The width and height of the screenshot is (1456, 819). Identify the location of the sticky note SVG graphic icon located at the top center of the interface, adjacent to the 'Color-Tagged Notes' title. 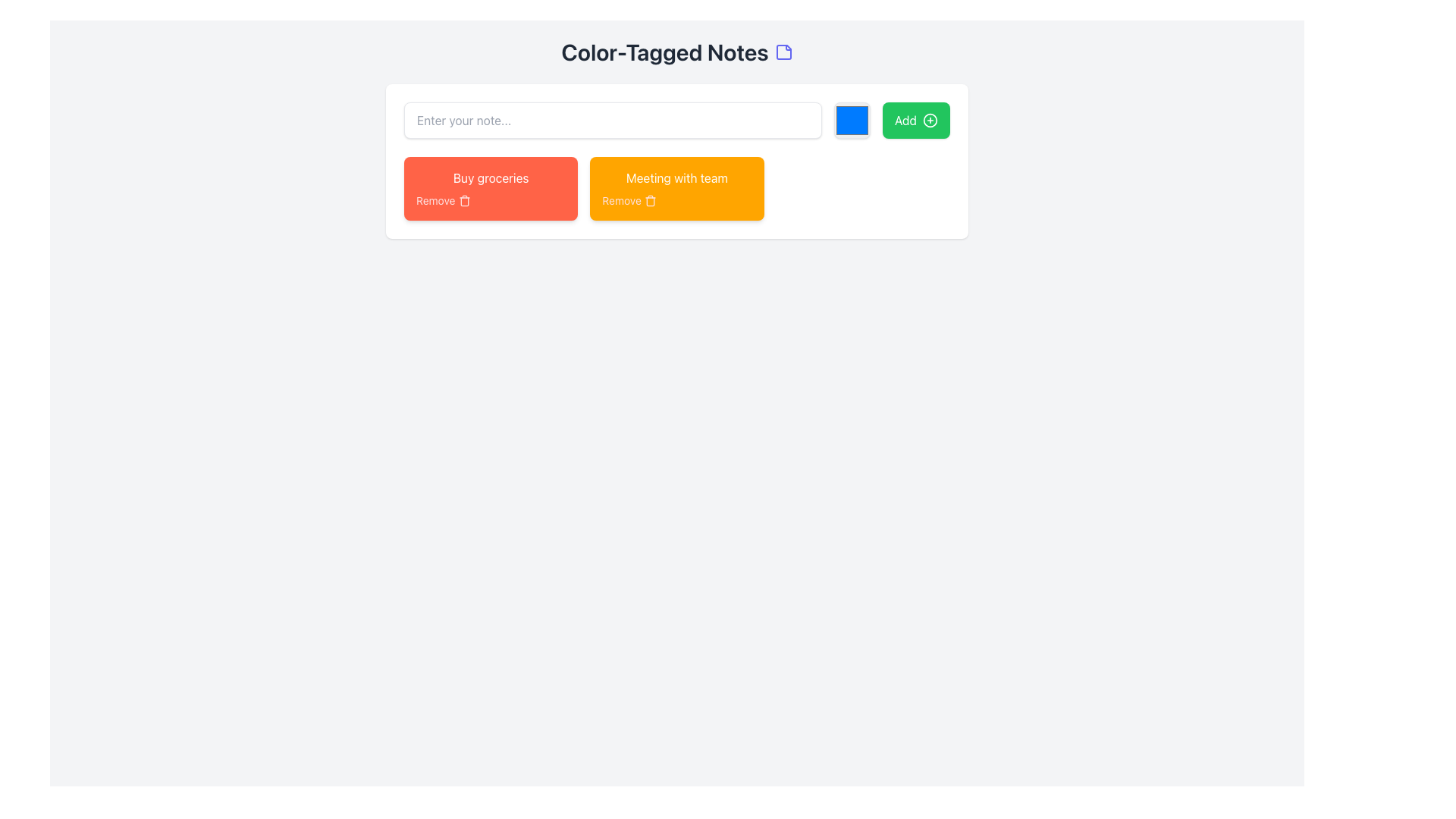
(783, 52).